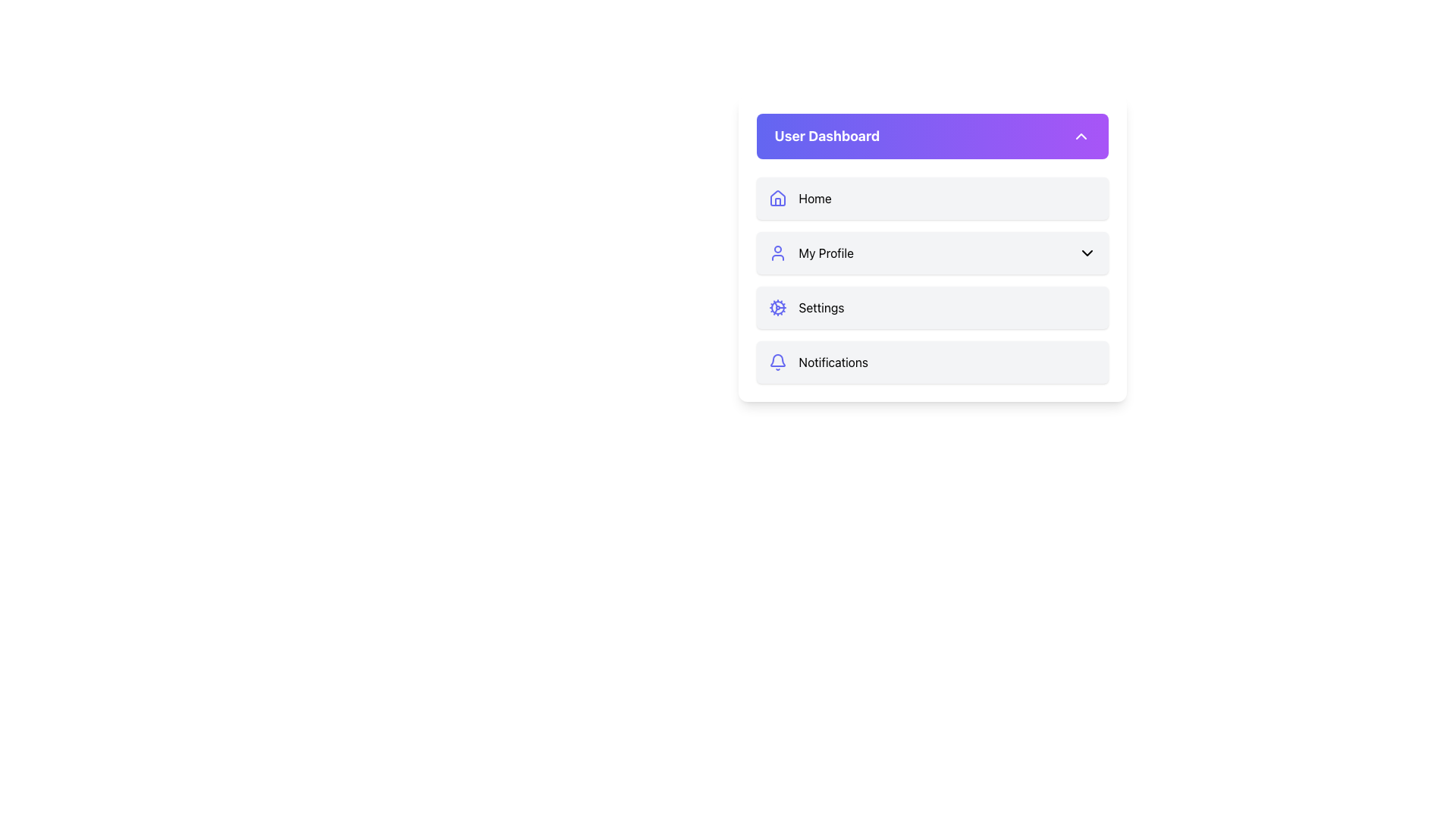 The height and width of the screenshot is (819, 1456). What do you see at coordinates (814, 198) in the screenshot?
I see `the 'Home' text label` at bounding box center [814, 198].